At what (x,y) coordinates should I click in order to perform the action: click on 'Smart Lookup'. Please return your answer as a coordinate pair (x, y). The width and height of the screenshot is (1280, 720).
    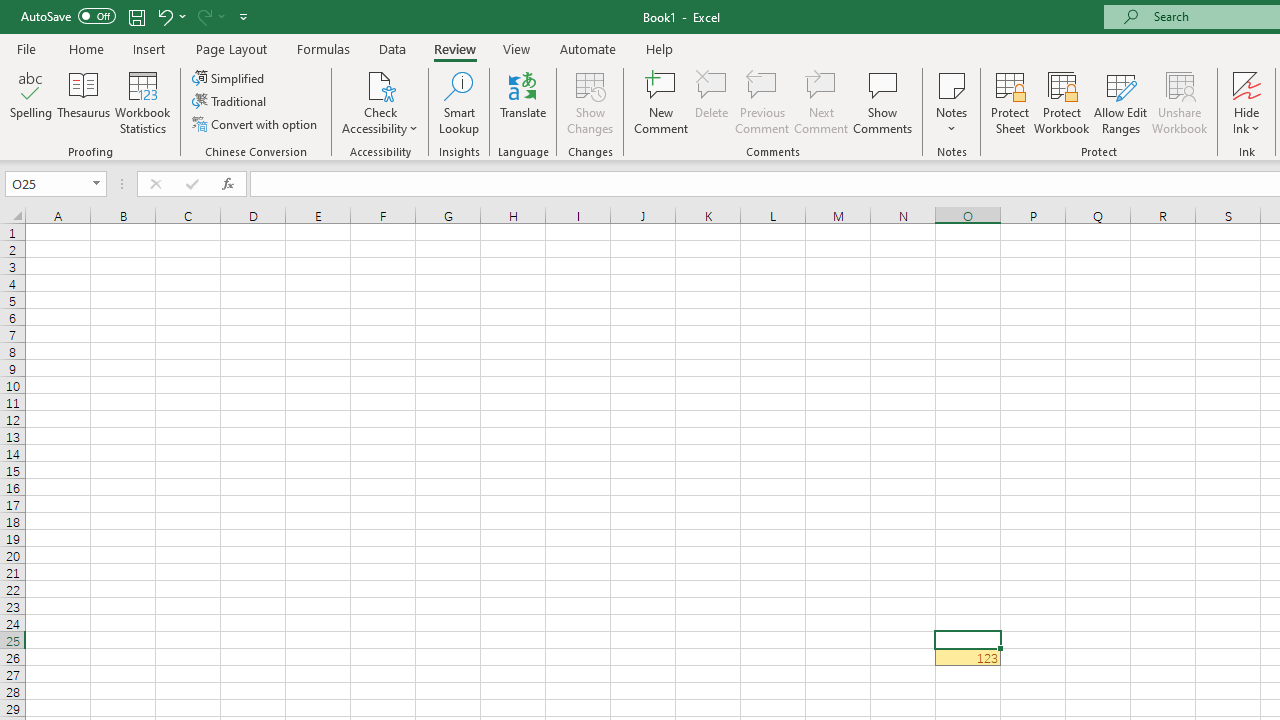
    Looking at the image, I should click on (458, 103).